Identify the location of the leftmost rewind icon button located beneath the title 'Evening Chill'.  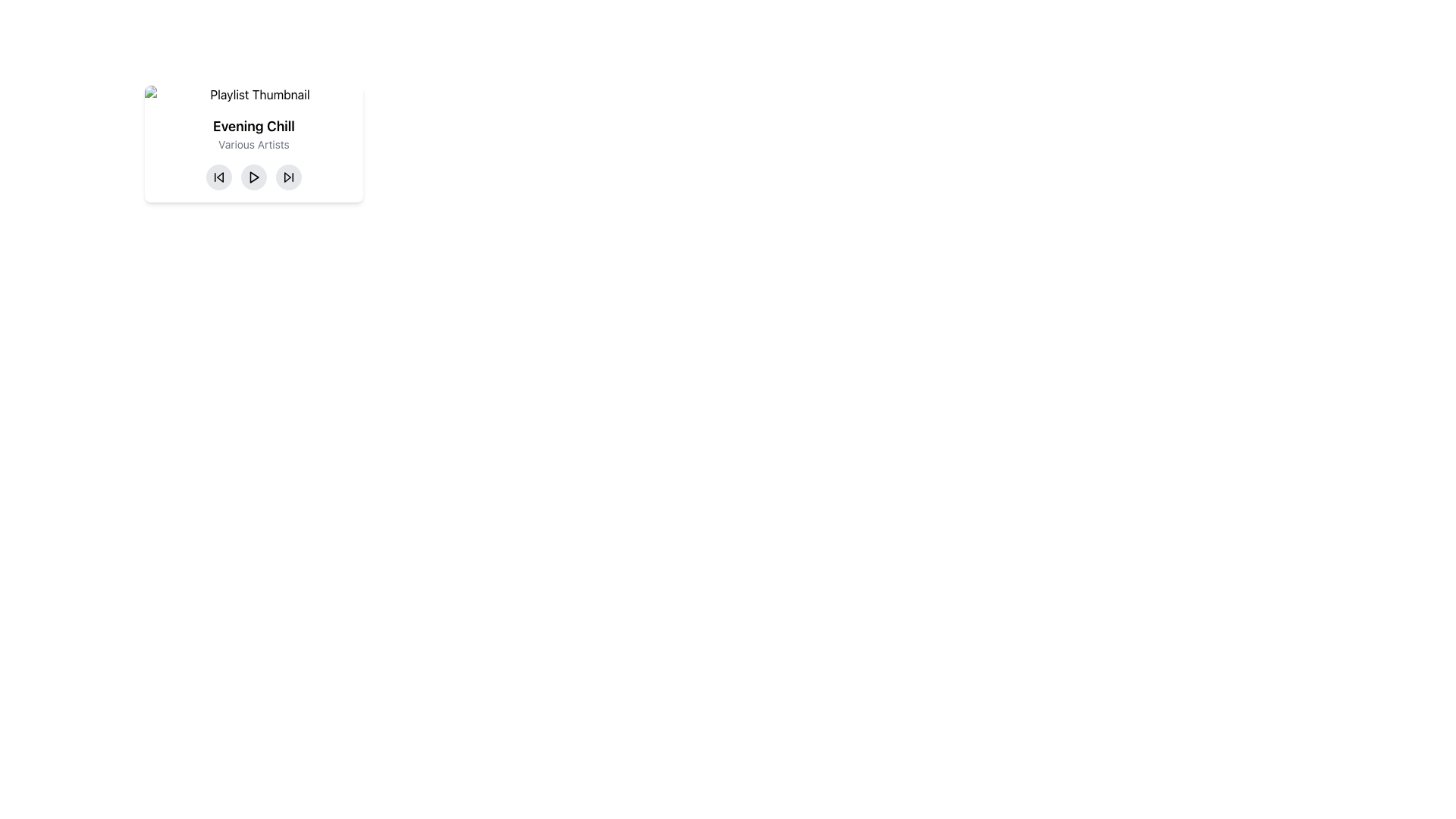
(218, 177).